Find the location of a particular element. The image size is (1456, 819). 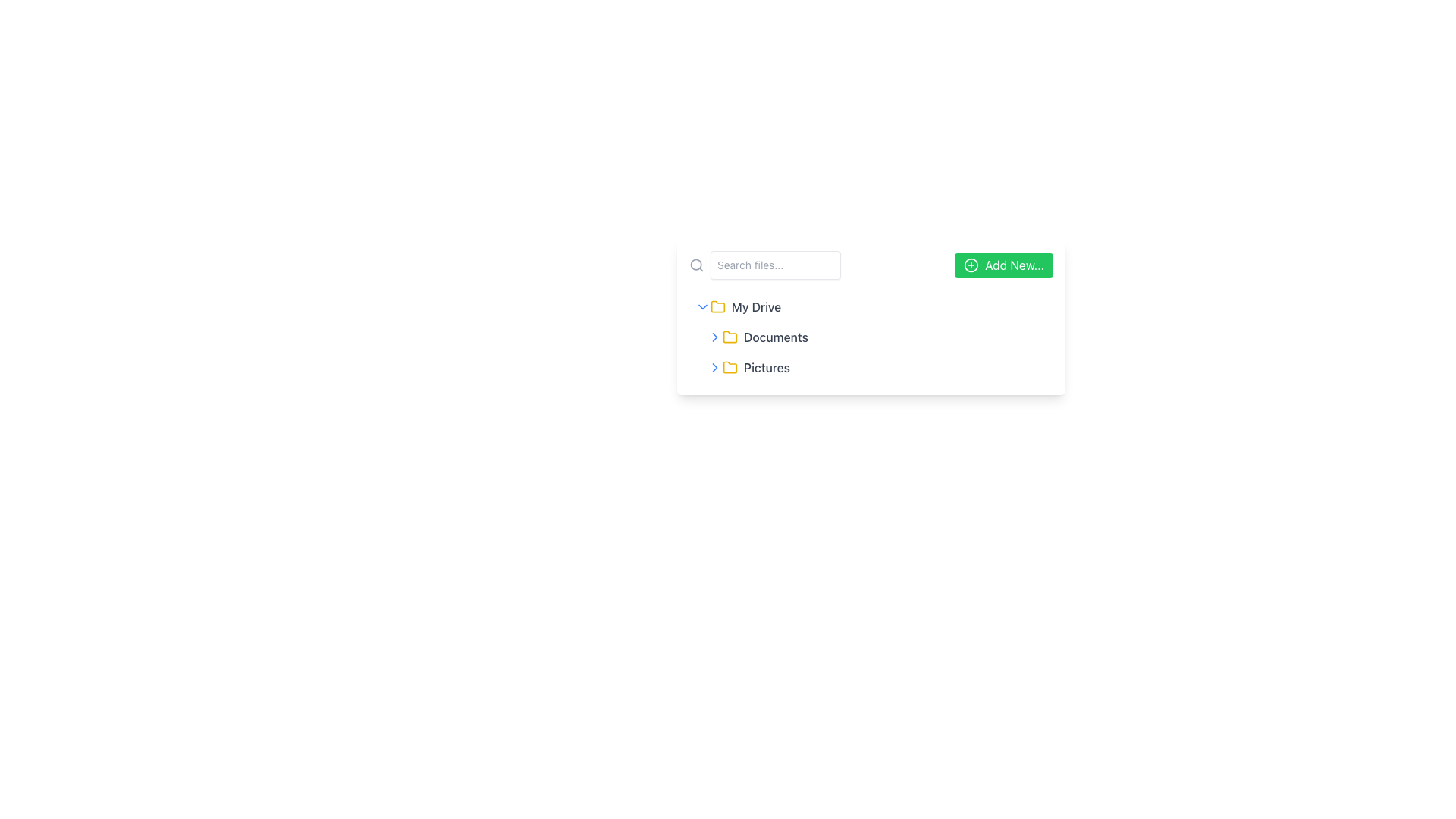

the green button labeled 'Add New...' is located at coordinates (1004, 265).